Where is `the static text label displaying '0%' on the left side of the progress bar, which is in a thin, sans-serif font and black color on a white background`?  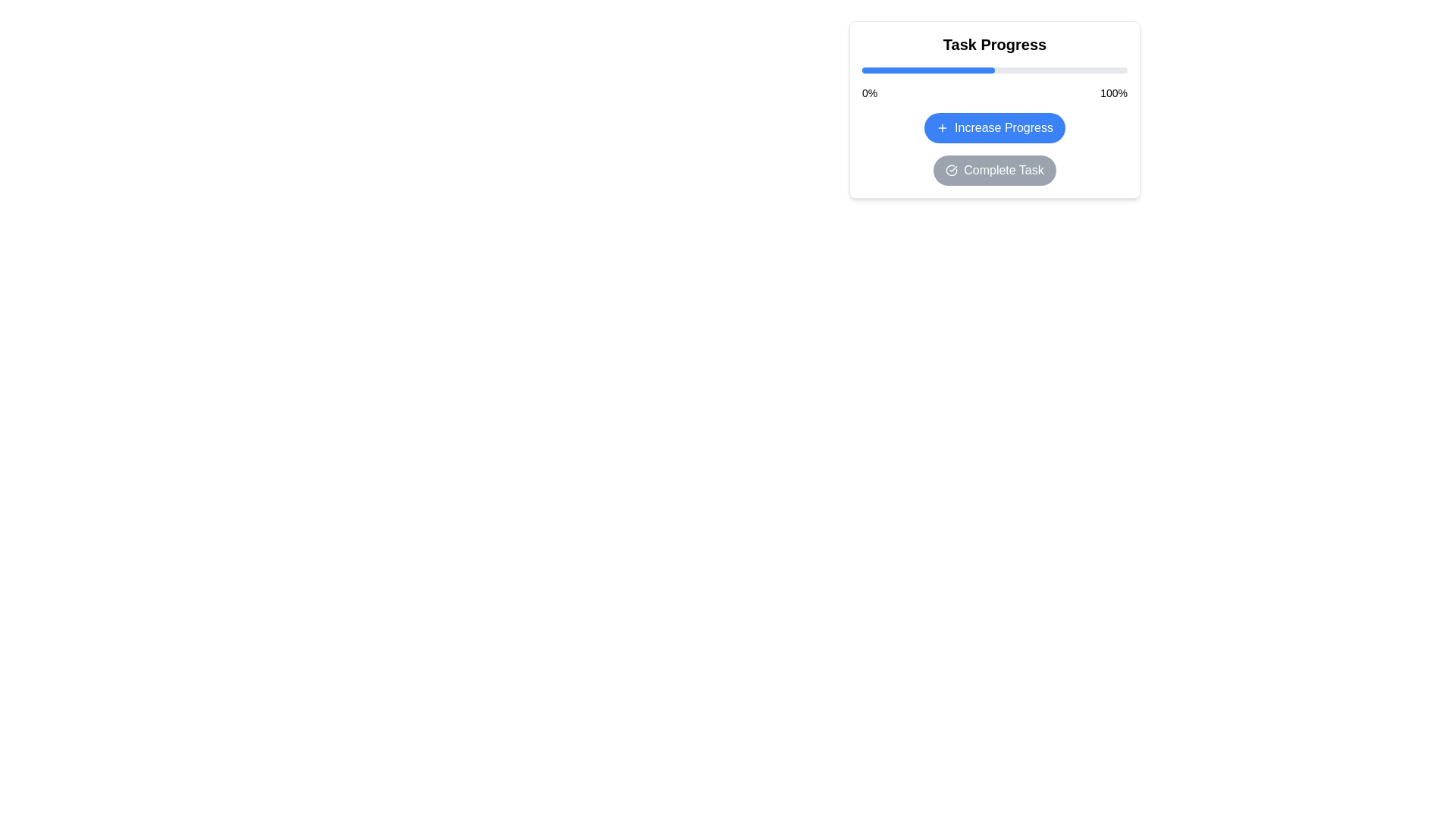
the static text label displaying '0%' on the left side of the progress bar, which is in a thin, sans-serif font and black color on a white background is located at coordinates (870, 93).